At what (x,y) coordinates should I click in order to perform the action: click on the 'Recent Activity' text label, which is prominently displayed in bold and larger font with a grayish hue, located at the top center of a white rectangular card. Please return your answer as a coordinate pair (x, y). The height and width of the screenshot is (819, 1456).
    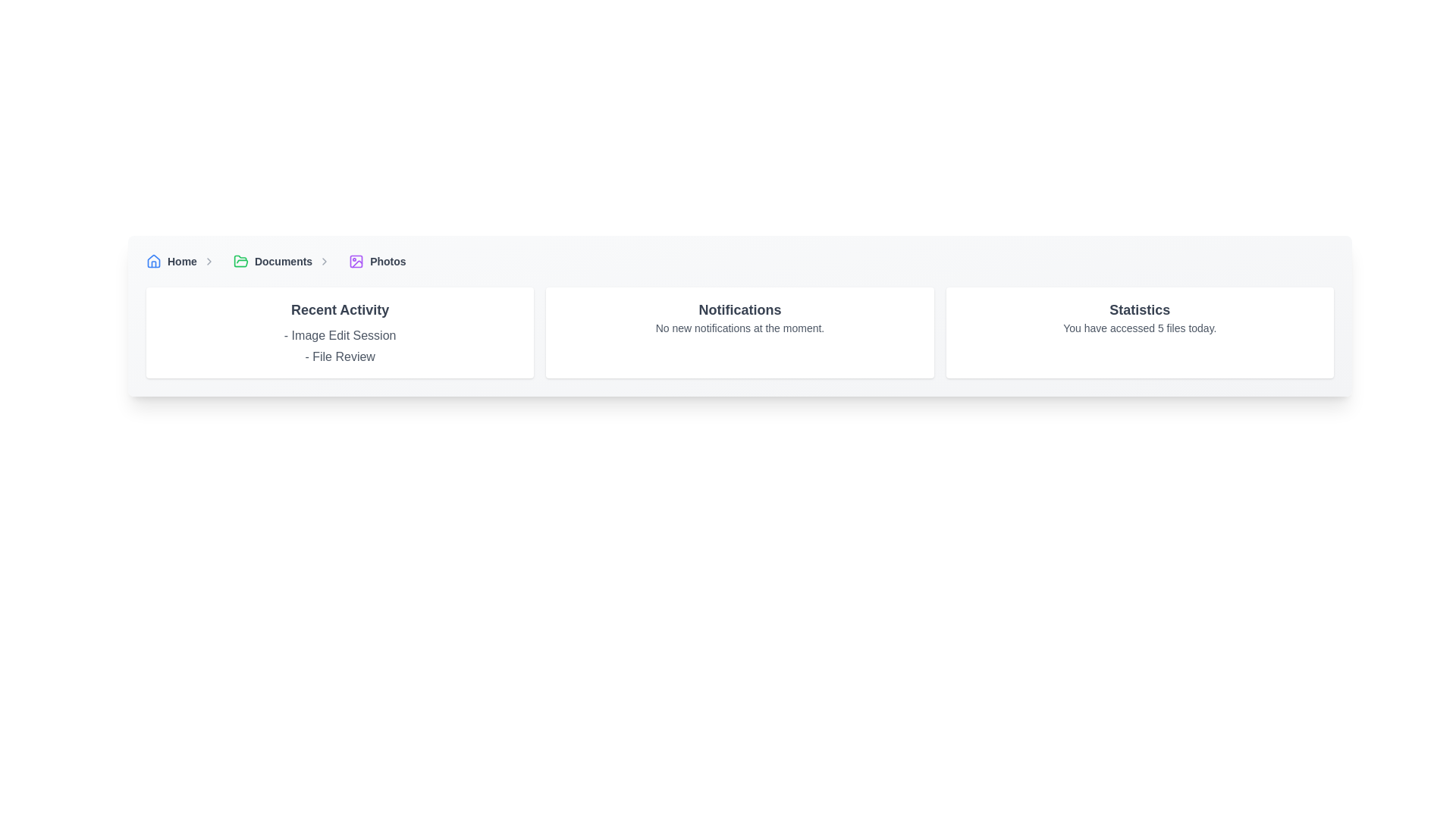
    Looking at the image, I should click on (339, 309).